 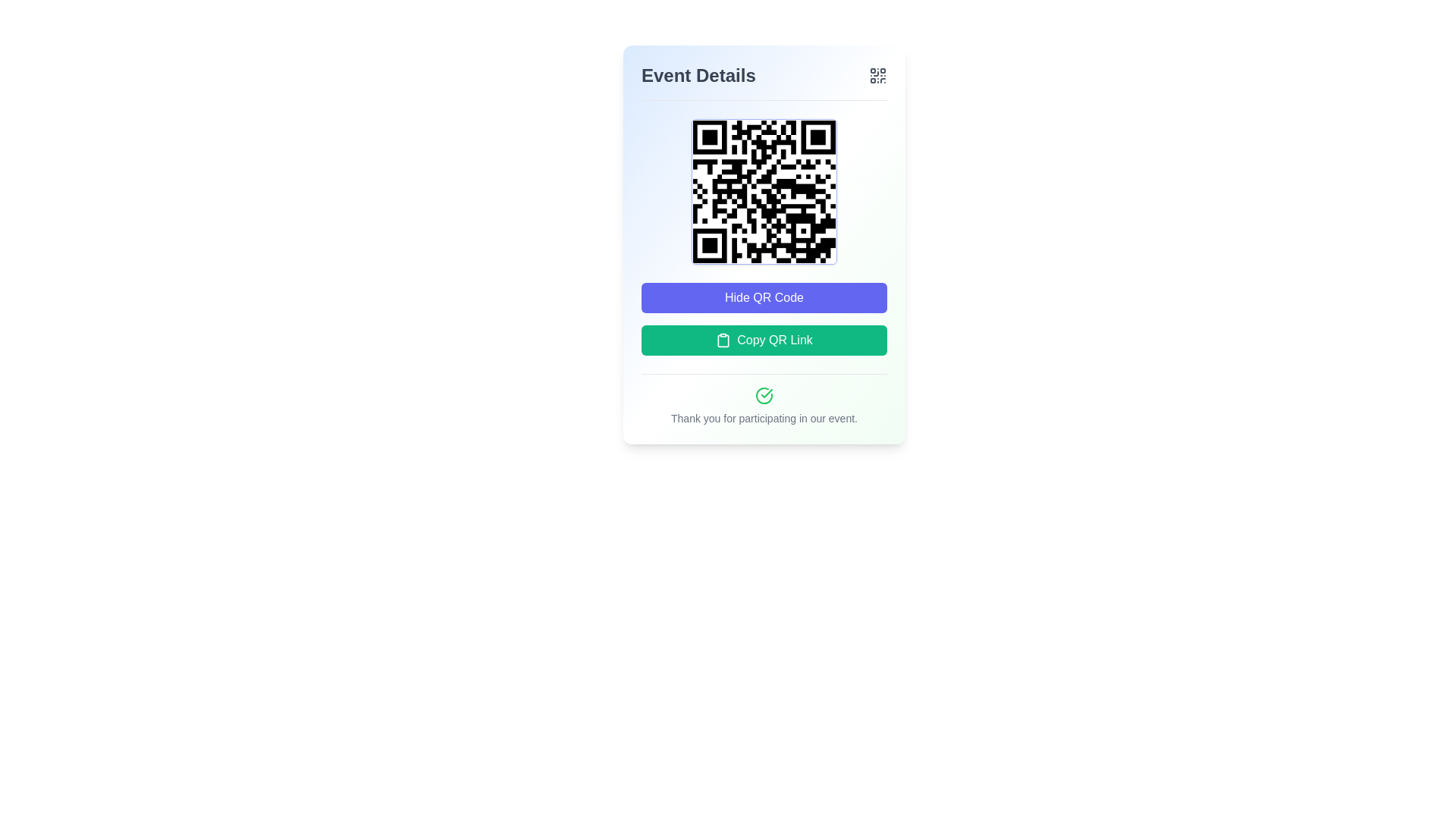 What do you see at coordinates (764, 339) in the screenshot?
I see `the 'Copy QR Link' button, which has a green background and white text, to copy the QR code link` at bounding box center [764, 339].